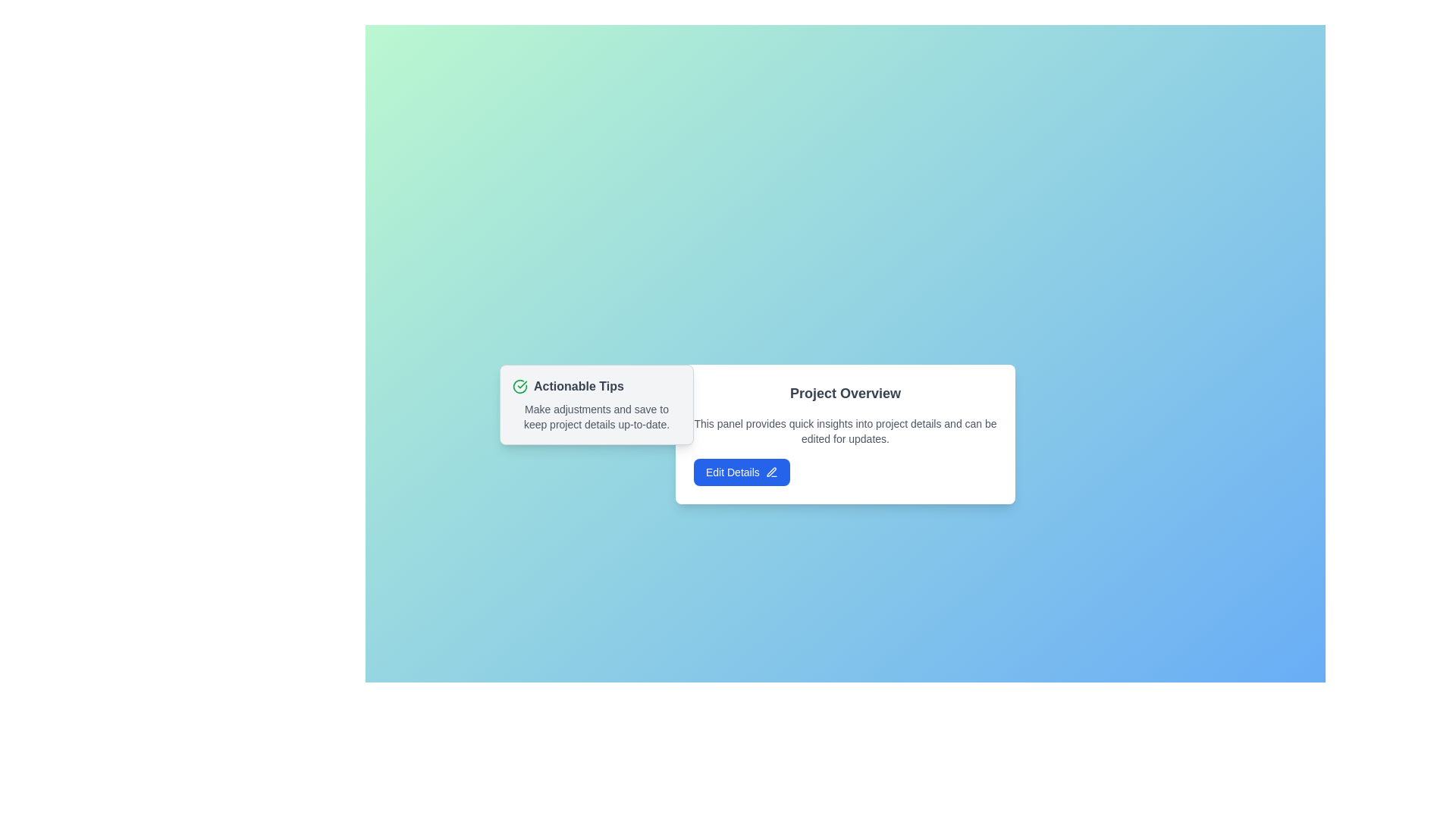 The image size is (1456, 819). I want to click on instructional text content located within the 'Actionable Tips' box, which is the second item below the title text, so click(596, 417).